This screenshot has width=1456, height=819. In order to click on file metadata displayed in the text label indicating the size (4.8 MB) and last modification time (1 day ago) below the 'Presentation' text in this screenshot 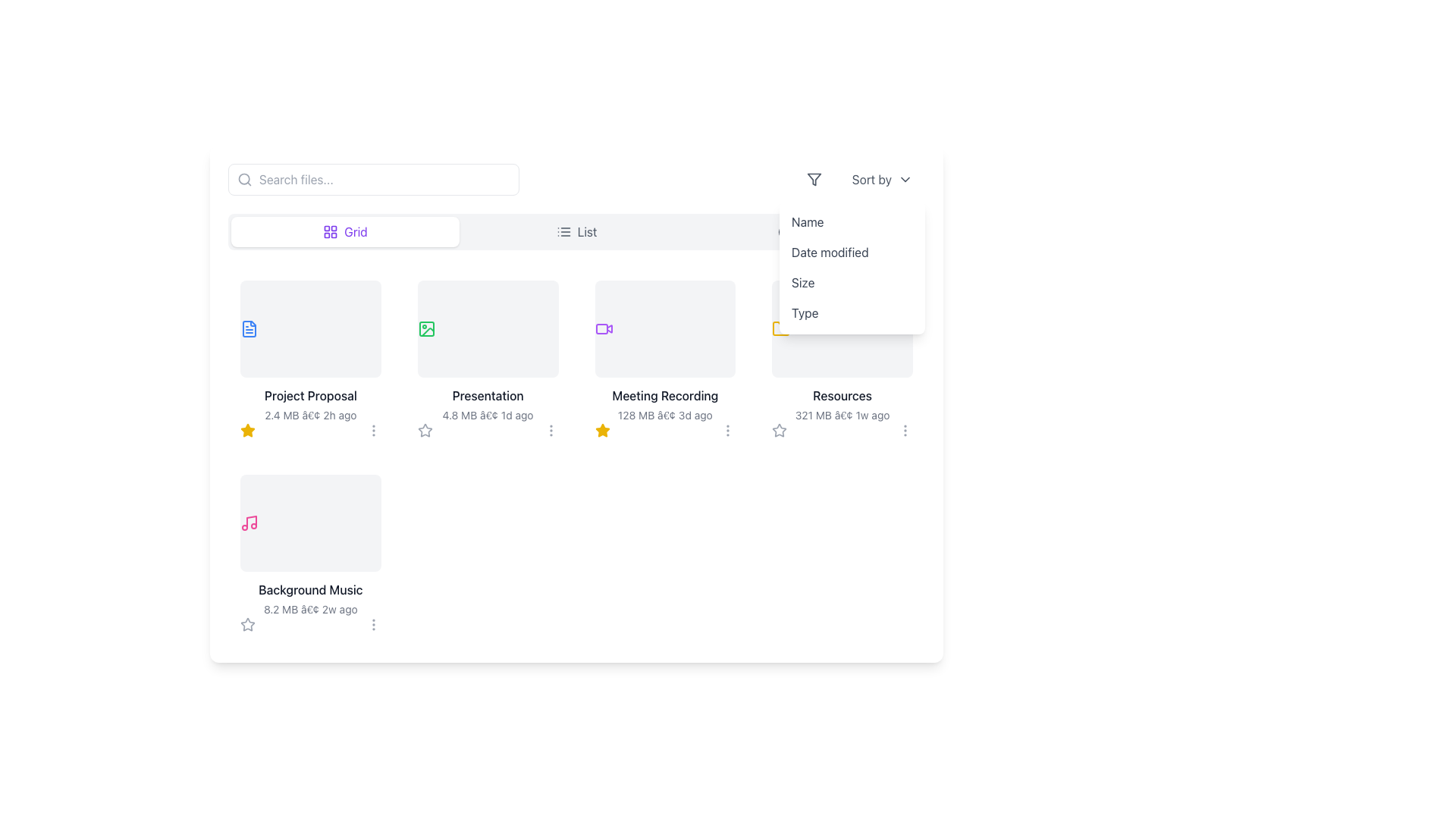, I will do `click(488, 415)`.